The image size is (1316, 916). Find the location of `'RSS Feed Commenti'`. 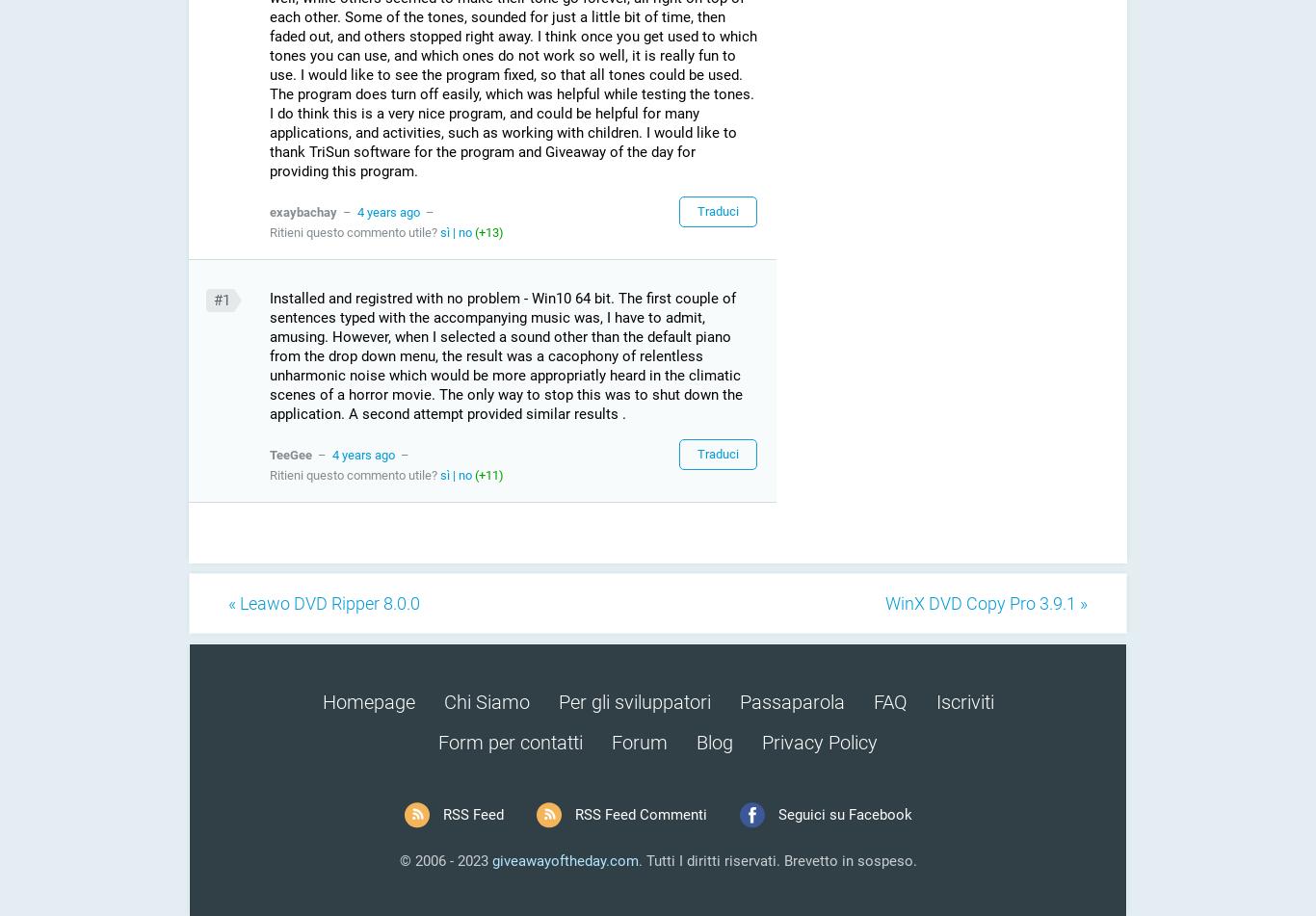

'RSS Feed Commenti' is located at coordinates (639, 814).